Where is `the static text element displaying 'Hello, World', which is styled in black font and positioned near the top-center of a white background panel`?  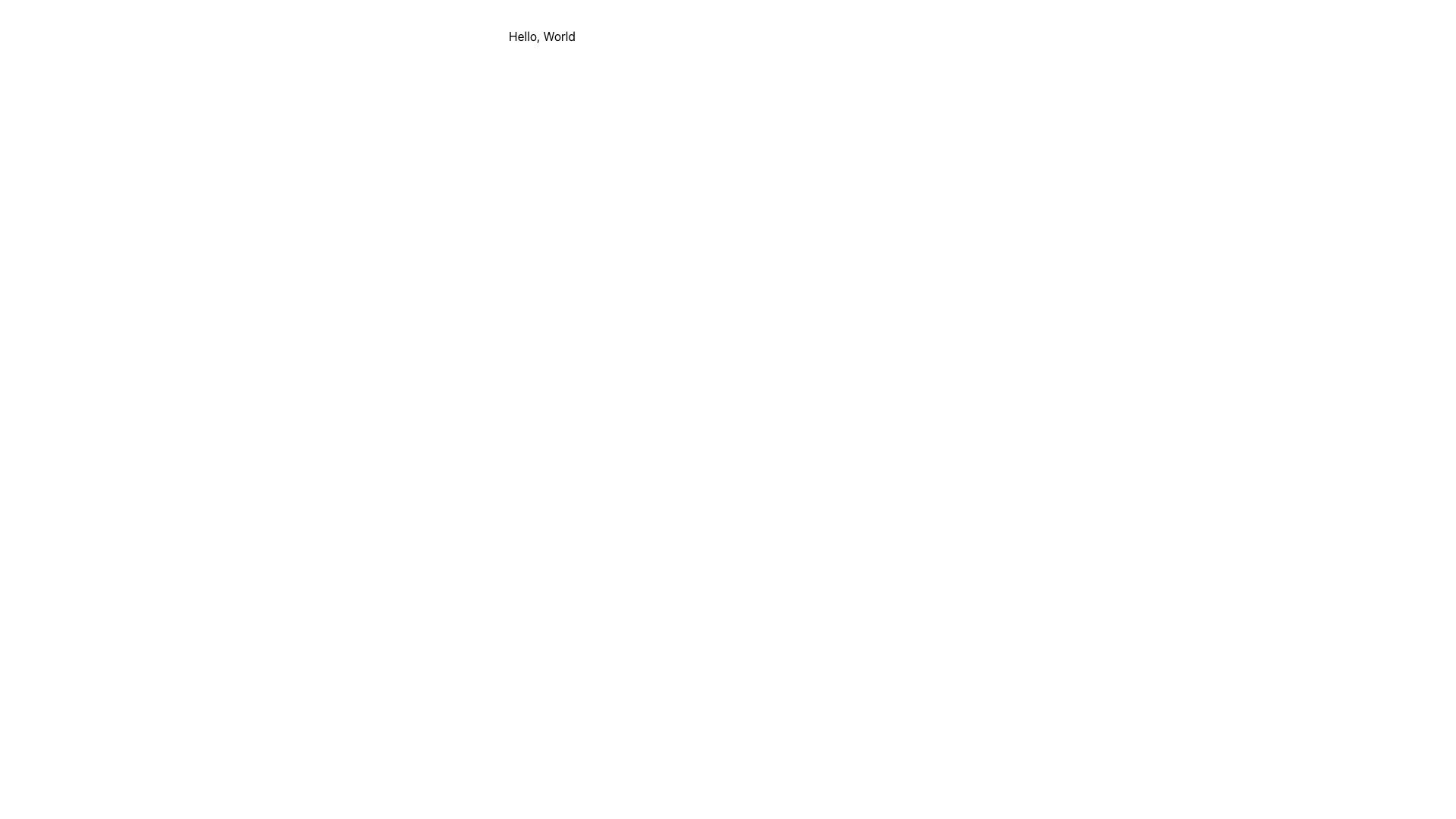
the static text element displaying 'Hello, World', which is styled in black font and positioned near the top-center of a white background panel is located at coordinates (542, 35).